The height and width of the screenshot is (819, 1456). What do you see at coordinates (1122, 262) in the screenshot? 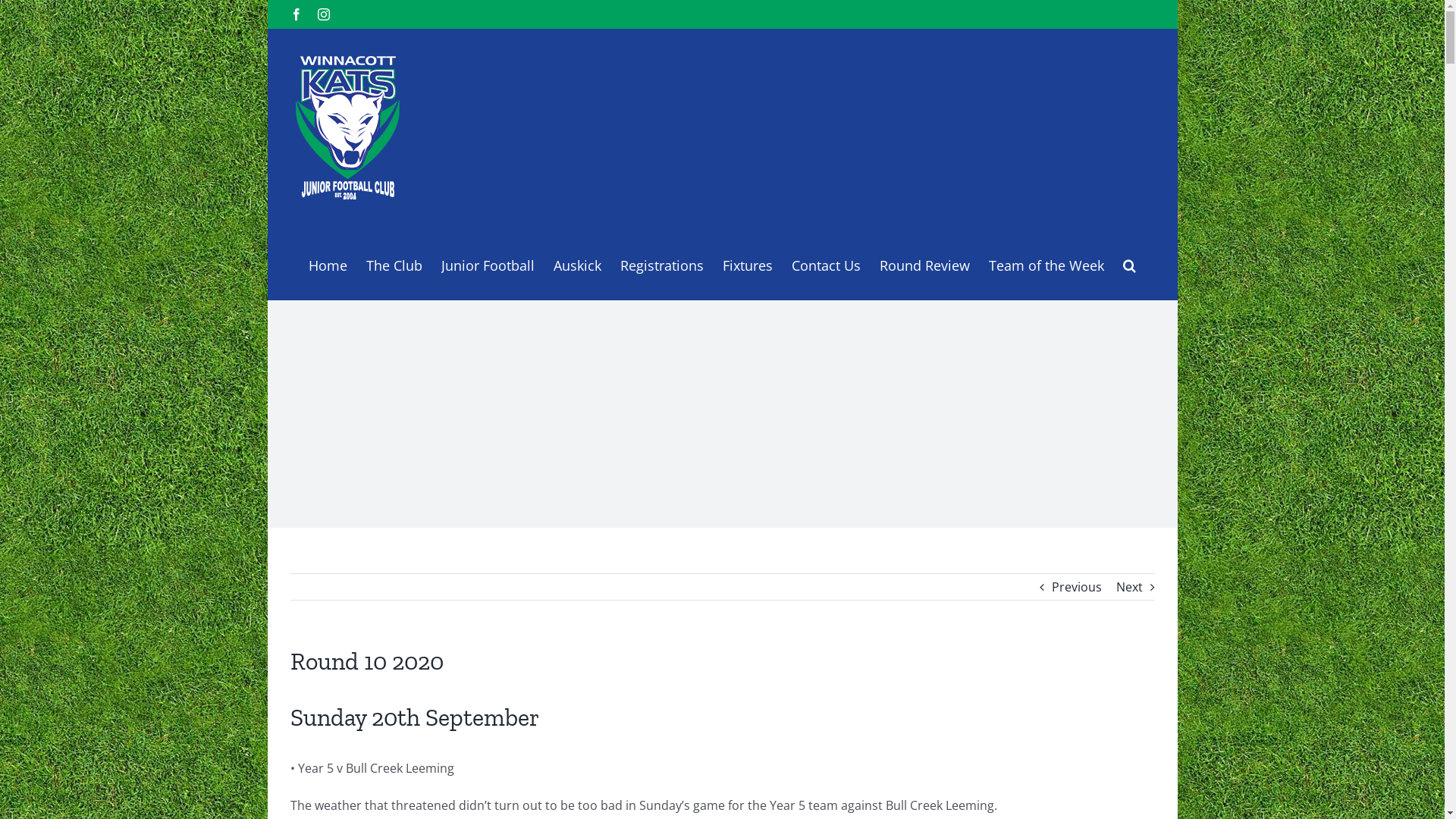
I see `'Search'` at bounding box center [1122, 262].